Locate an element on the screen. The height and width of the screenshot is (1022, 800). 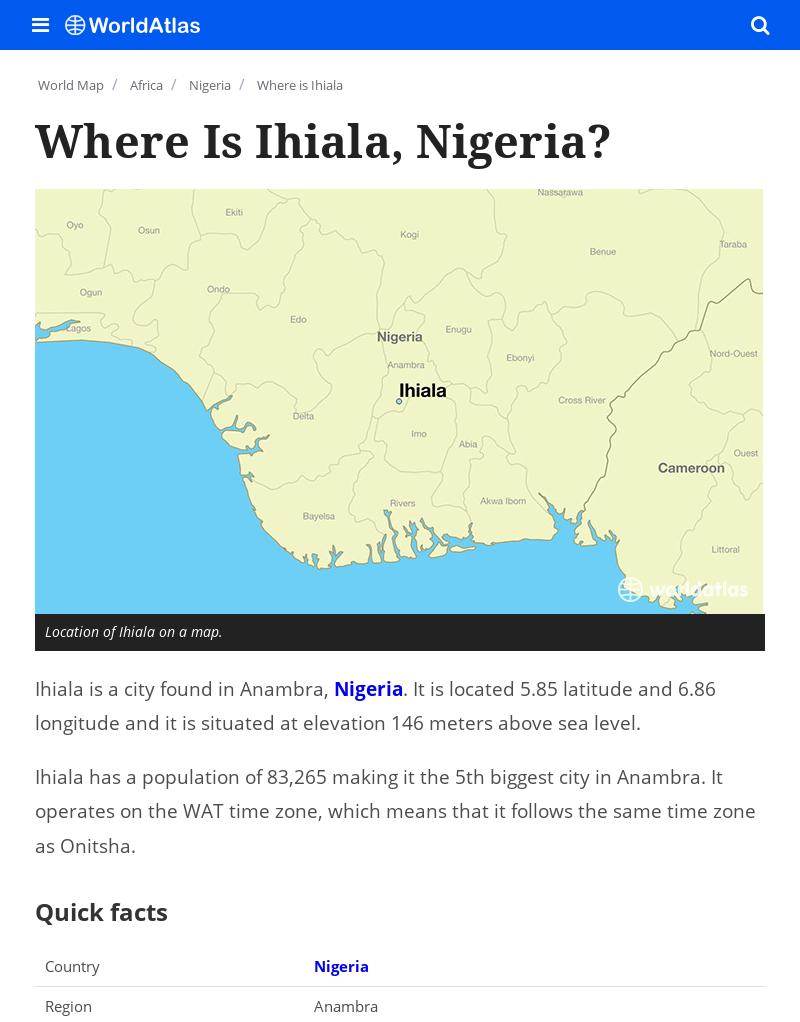
'Where is Ihiala, Nigeria?' is located at coordinates (322, 139).